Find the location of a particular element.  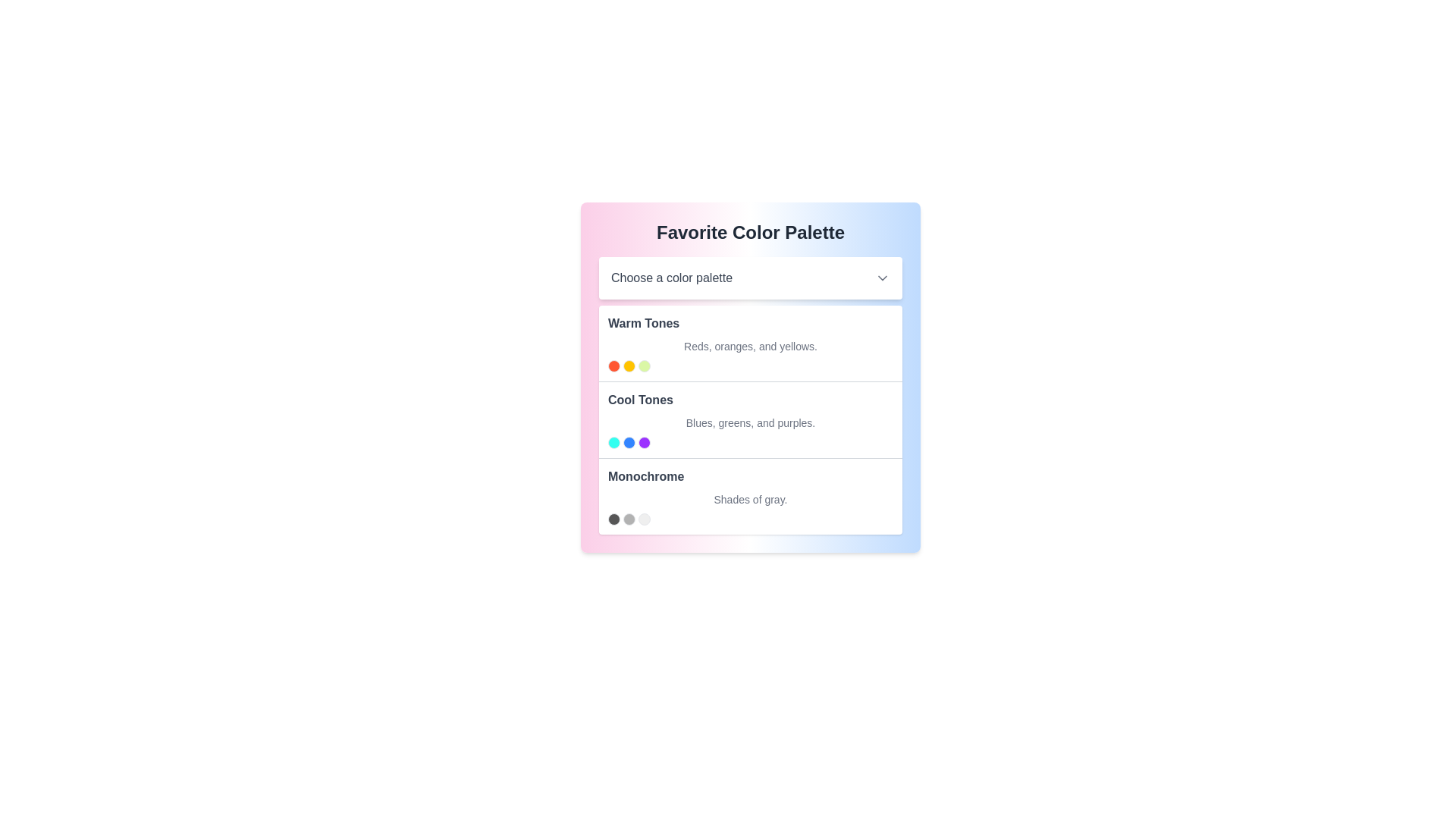

the description of the 'Cool Tones' color theme in the selection list item located beneath the 'Favorite Color Palette' header is located at coordinates (750, 394).